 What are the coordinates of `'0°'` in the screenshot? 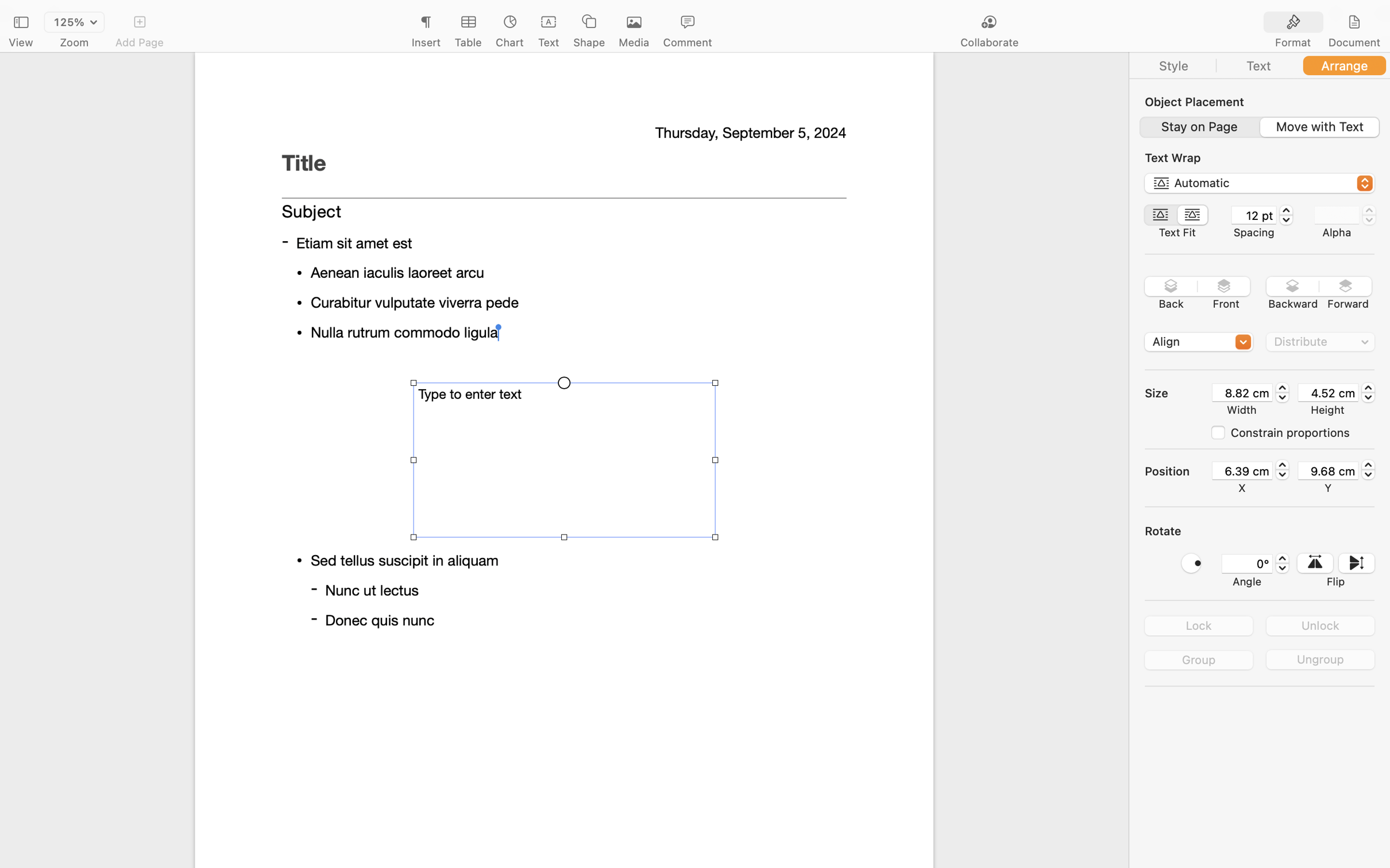 It's located at (1246, 563).